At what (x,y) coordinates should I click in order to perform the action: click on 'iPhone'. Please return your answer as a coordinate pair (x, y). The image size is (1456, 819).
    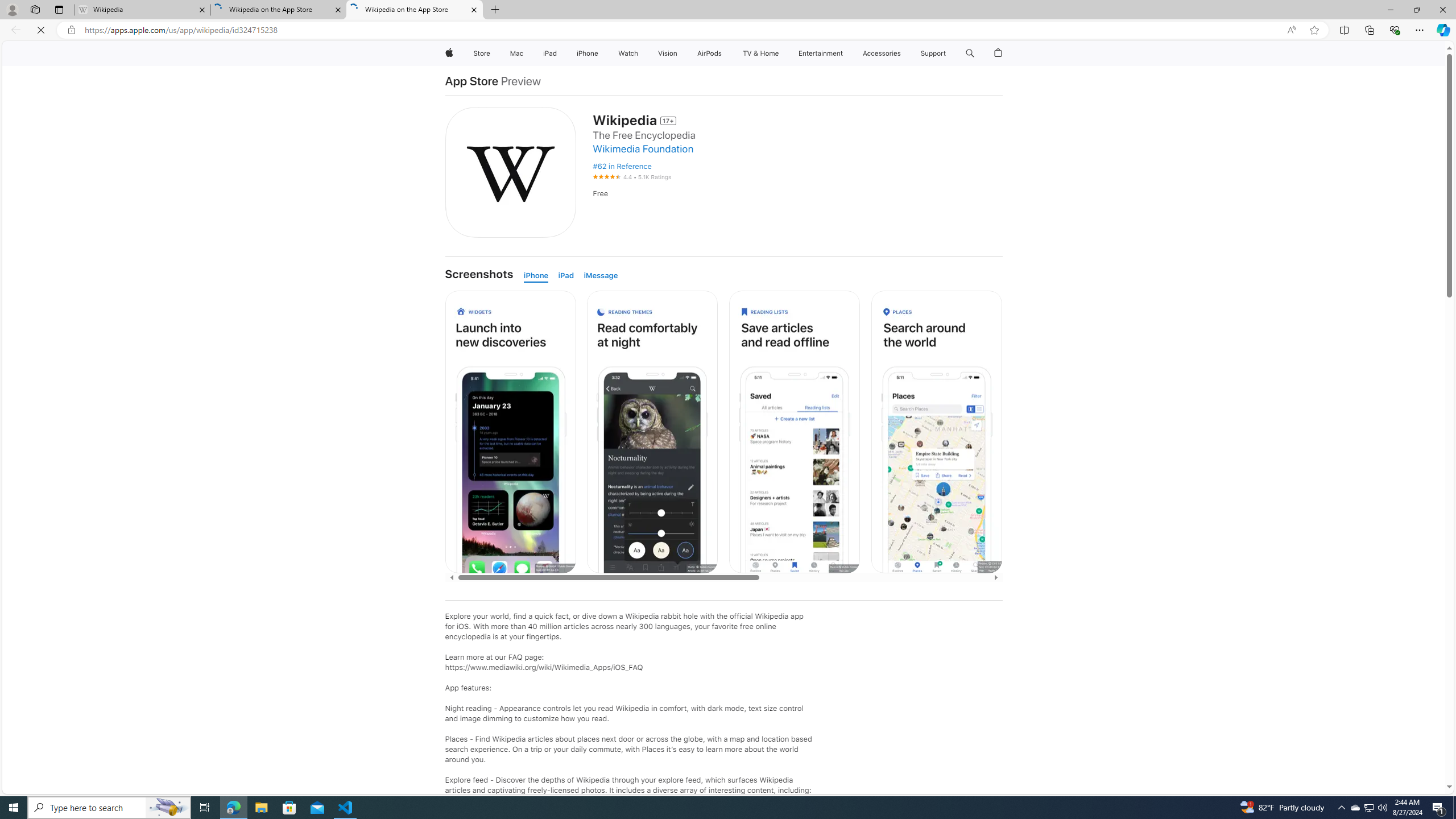
    Looking at the image, I should click on (538, 276).